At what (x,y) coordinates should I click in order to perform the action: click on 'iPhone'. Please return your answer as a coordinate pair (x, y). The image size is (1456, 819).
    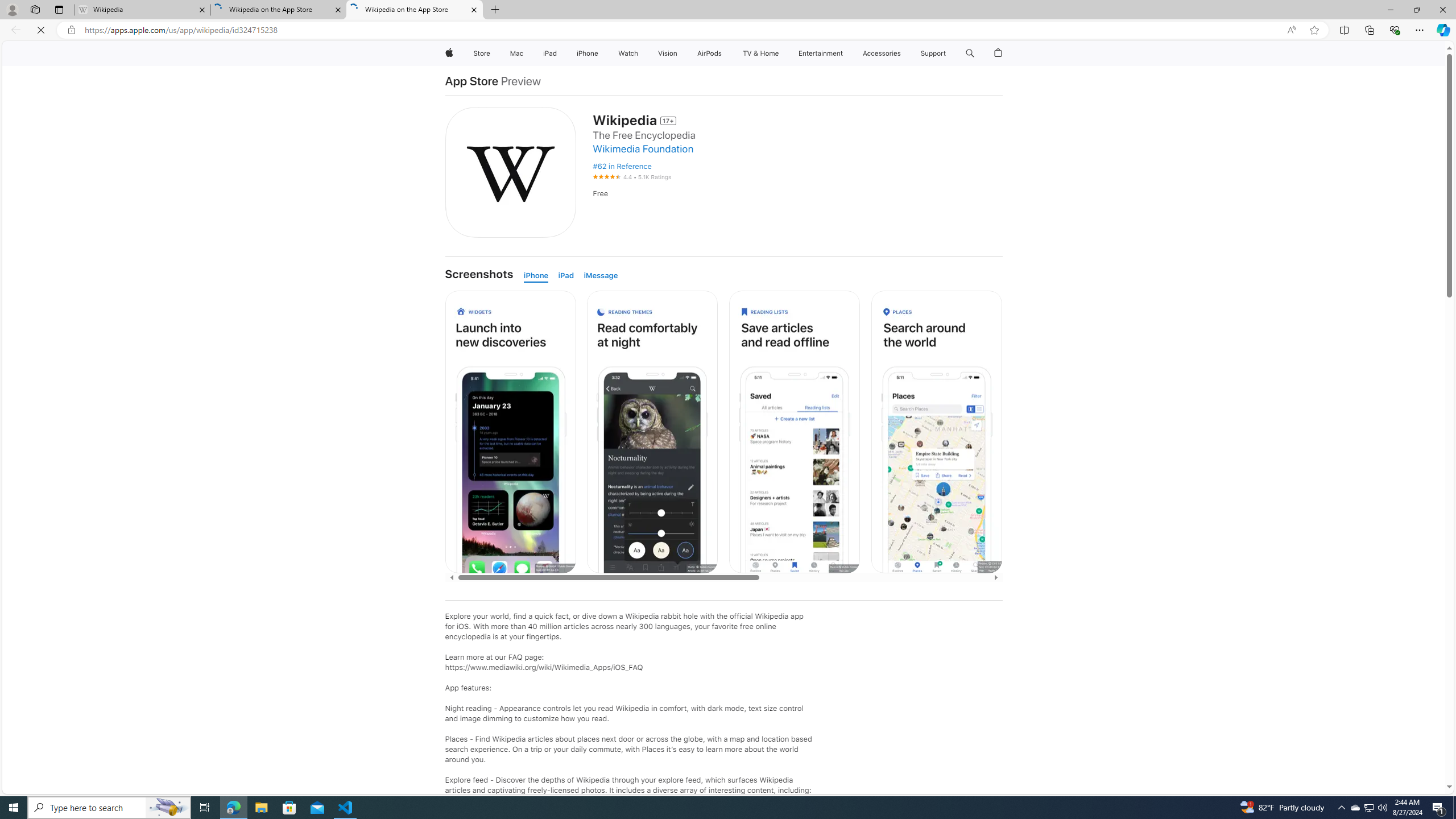
    Looking at the image, I should click on (538, 276).